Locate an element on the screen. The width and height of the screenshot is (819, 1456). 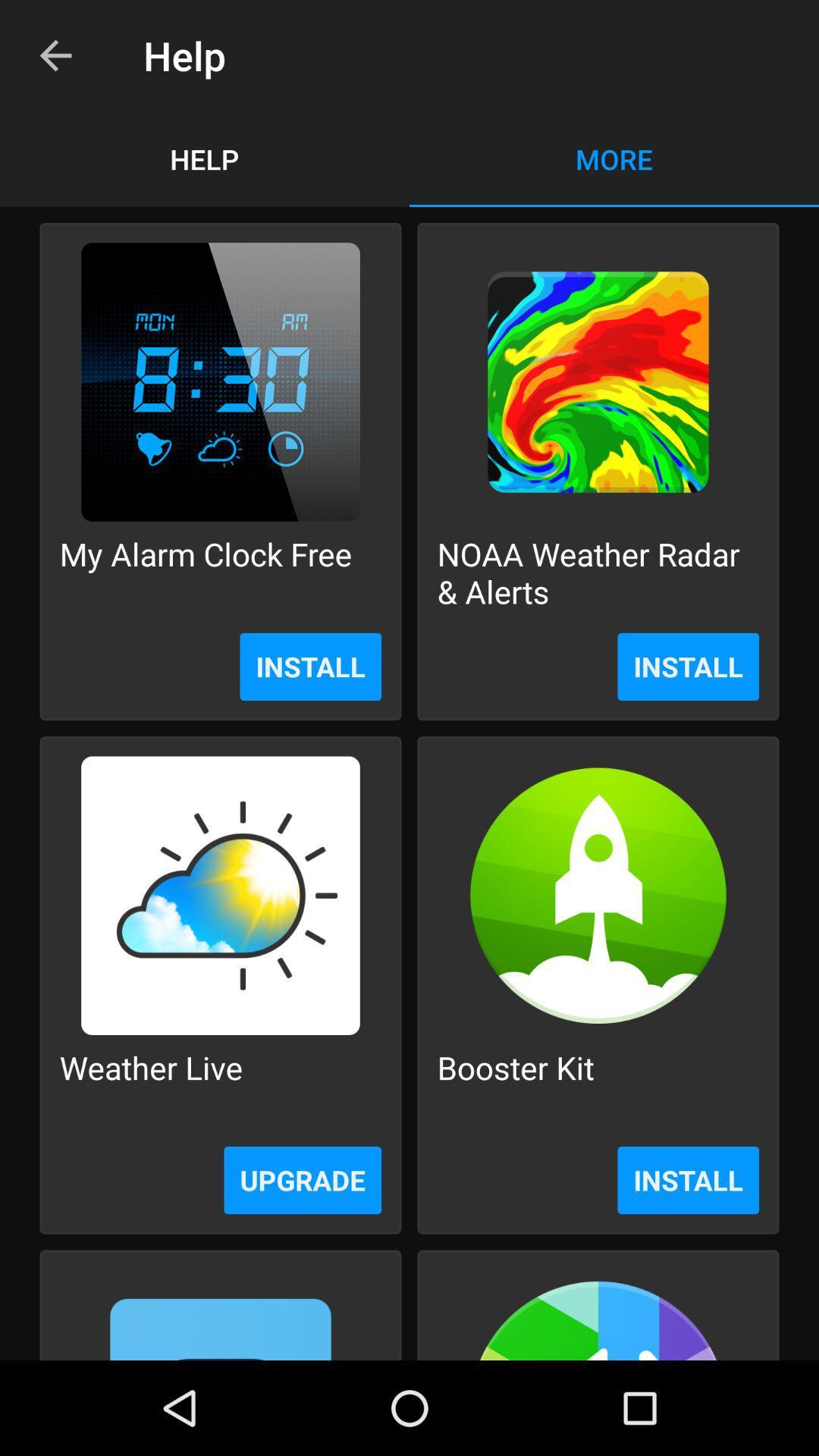
the booster kit icon is located at coordinates (515, 1085).